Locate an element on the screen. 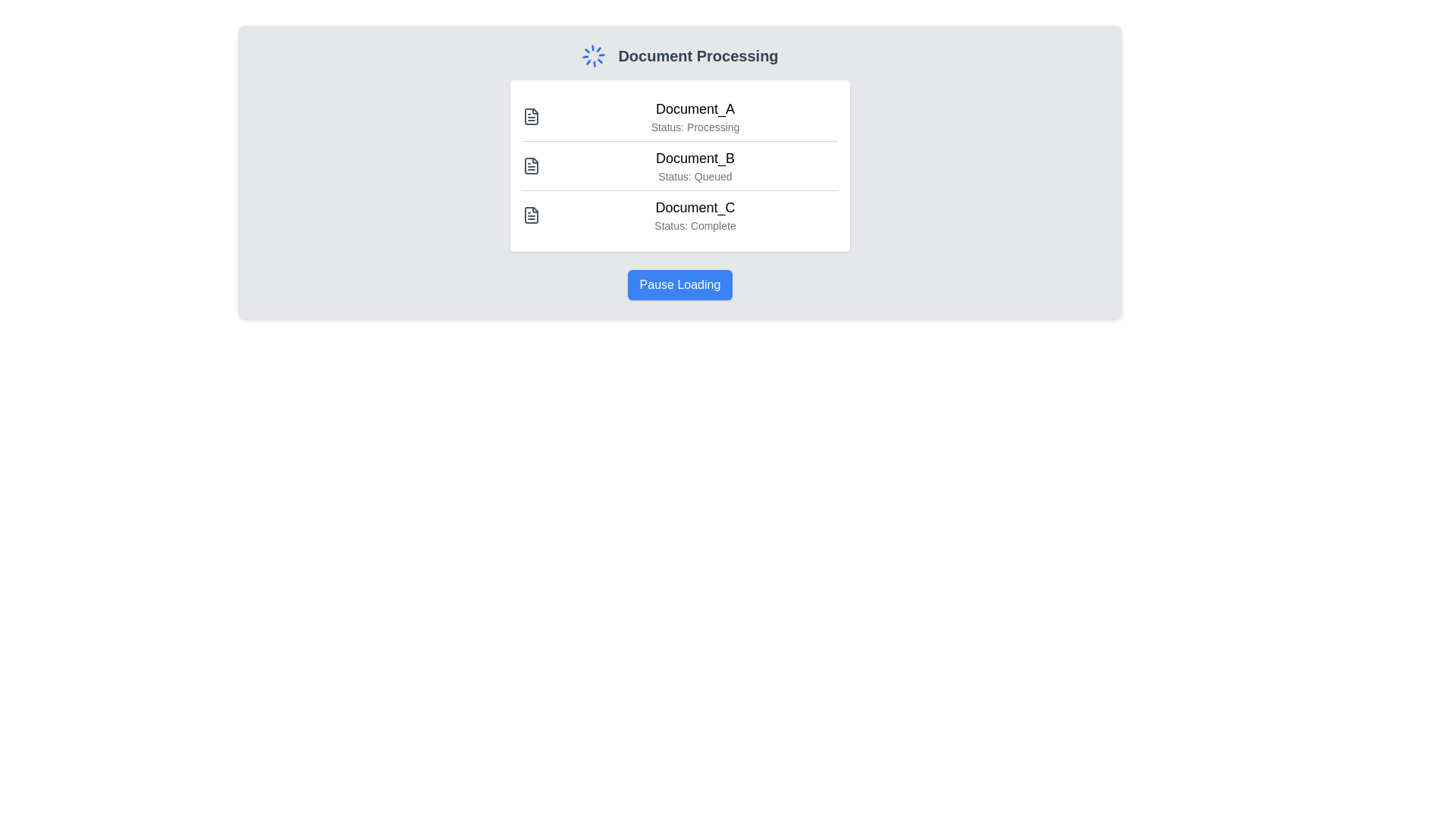 Image resolution: width=1456 pixels, height=819 pixels. the static text label that identifies the second document in the list, located in the central panel of the 'Document Processing' interface is located at coordinates (694, 158).